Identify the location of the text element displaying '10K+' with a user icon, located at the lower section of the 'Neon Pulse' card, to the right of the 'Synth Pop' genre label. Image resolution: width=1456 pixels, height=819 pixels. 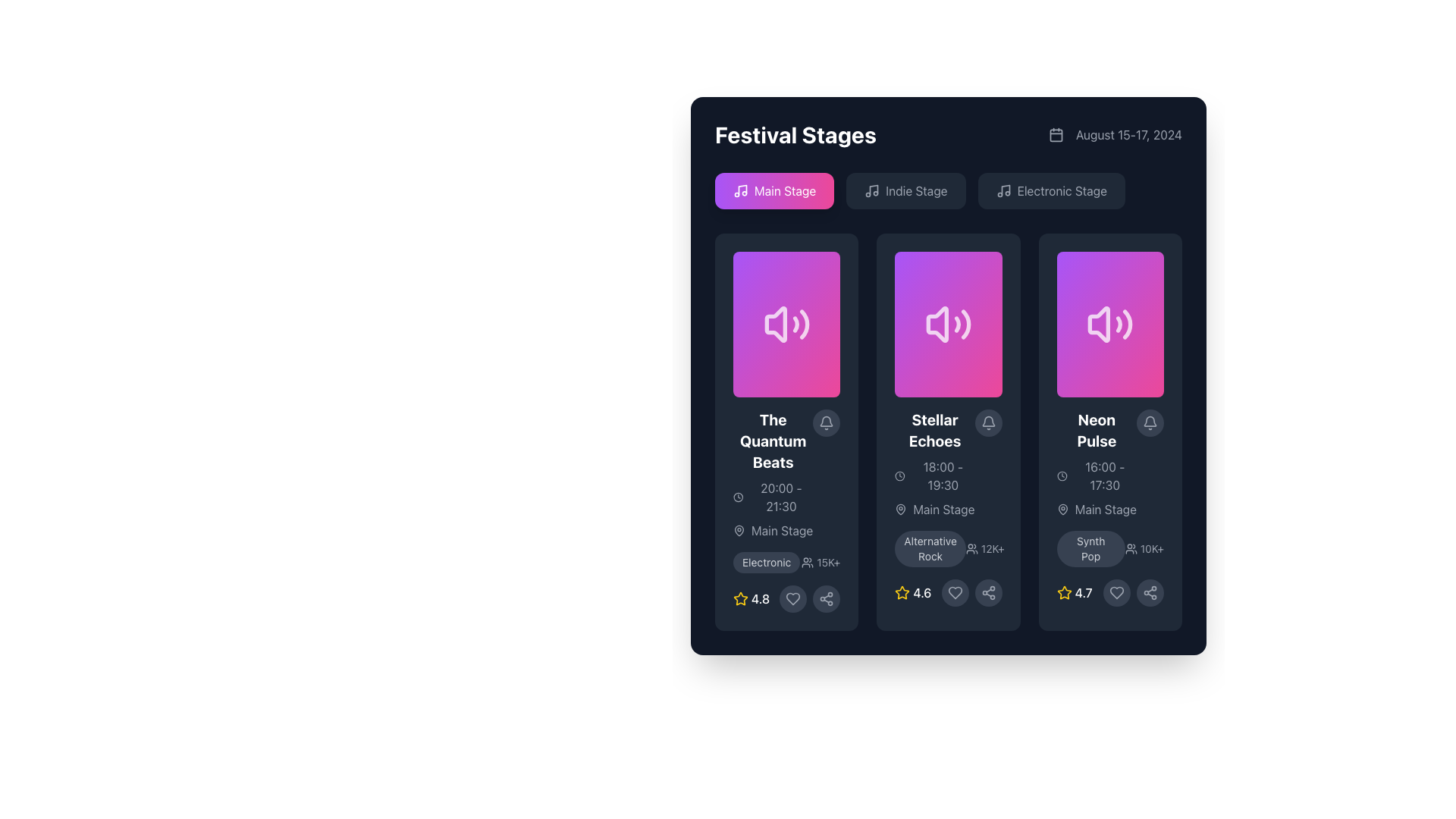
(1144, 549).